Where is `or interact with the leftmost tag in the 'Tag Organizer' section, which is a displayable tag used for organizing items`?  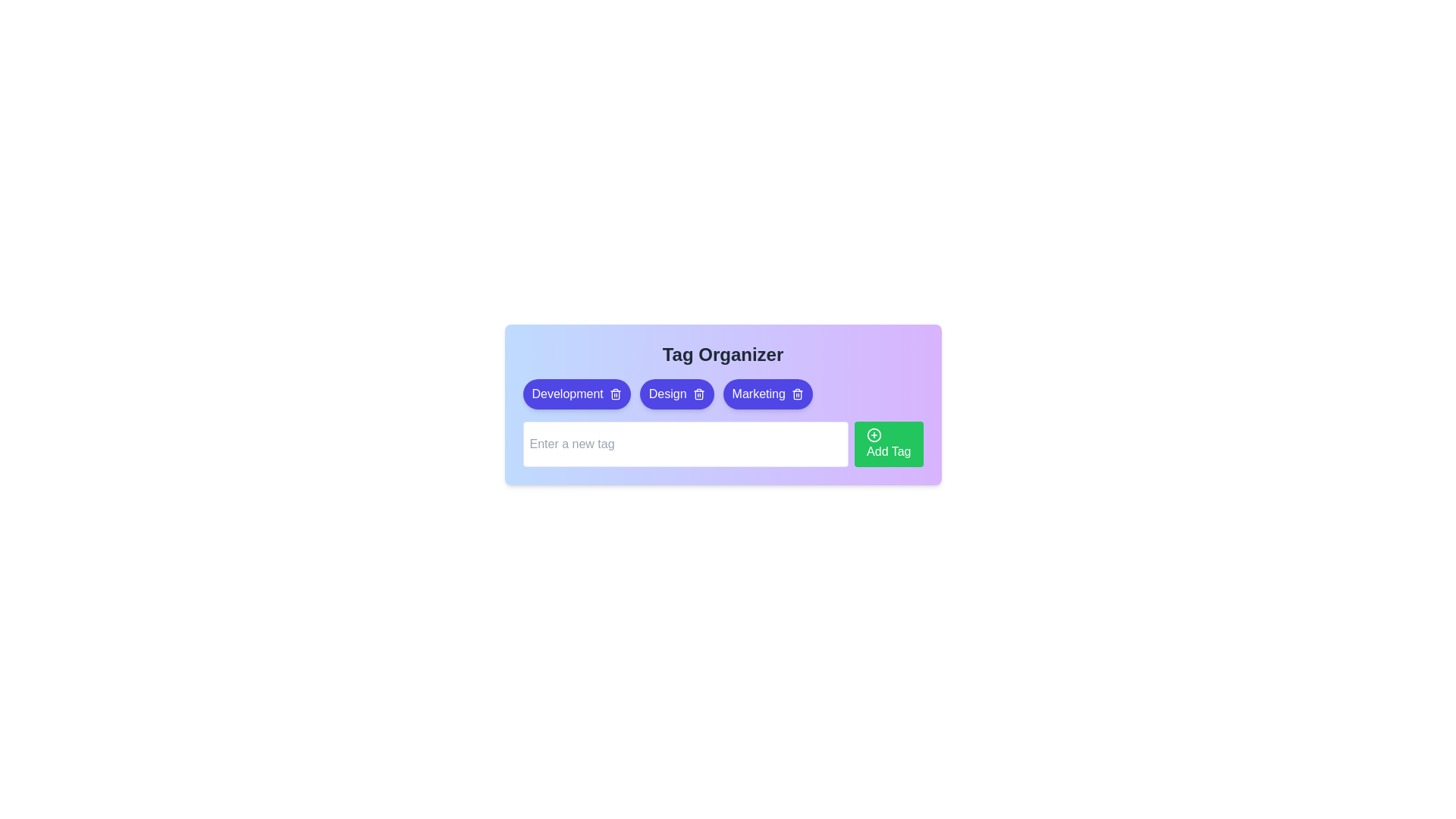
or interact with the leftmost tag in the 'Tag Organizer' section, which is a displayable tag used for organizing items is located at coordinates (566, 394).